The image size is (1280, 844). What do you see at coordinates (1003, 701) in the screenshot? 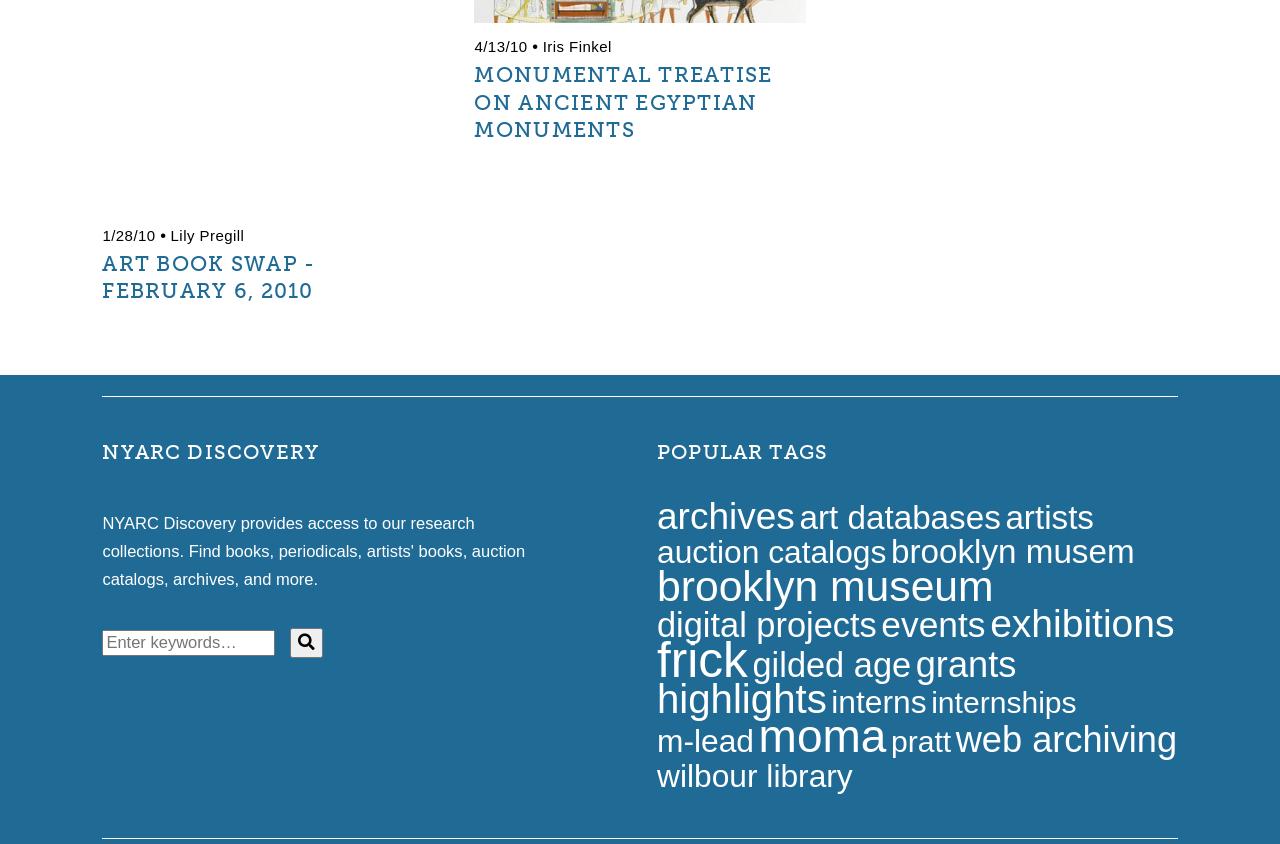
I see `'internships'` at bounding box center [1003, 701].